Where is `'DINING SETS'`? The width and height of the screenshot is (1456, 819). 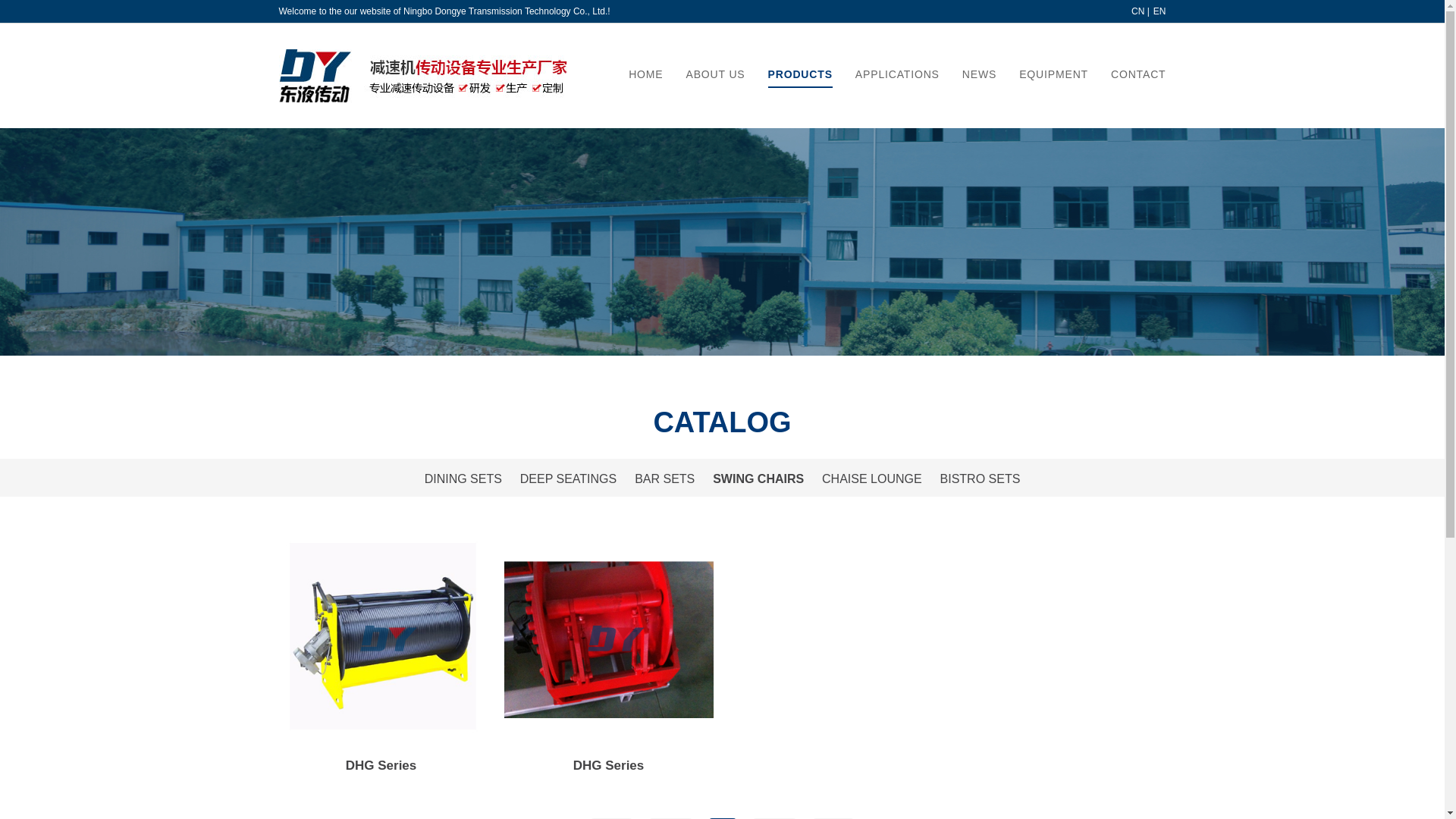 'DINING SETS' is located at coordinates (462, 479).